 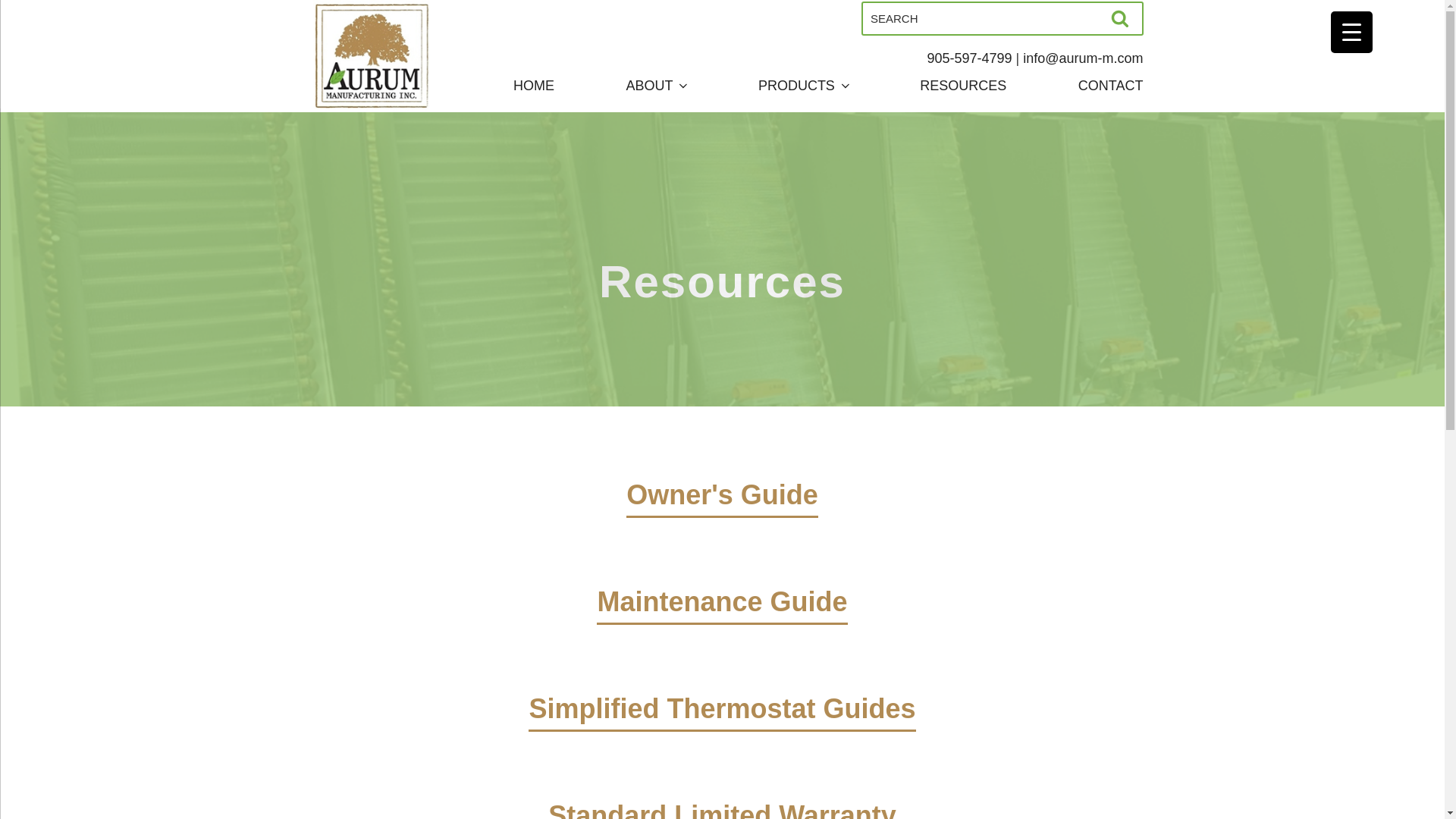 I want to click on 'CONTACT', so click(x=1077, y=86).